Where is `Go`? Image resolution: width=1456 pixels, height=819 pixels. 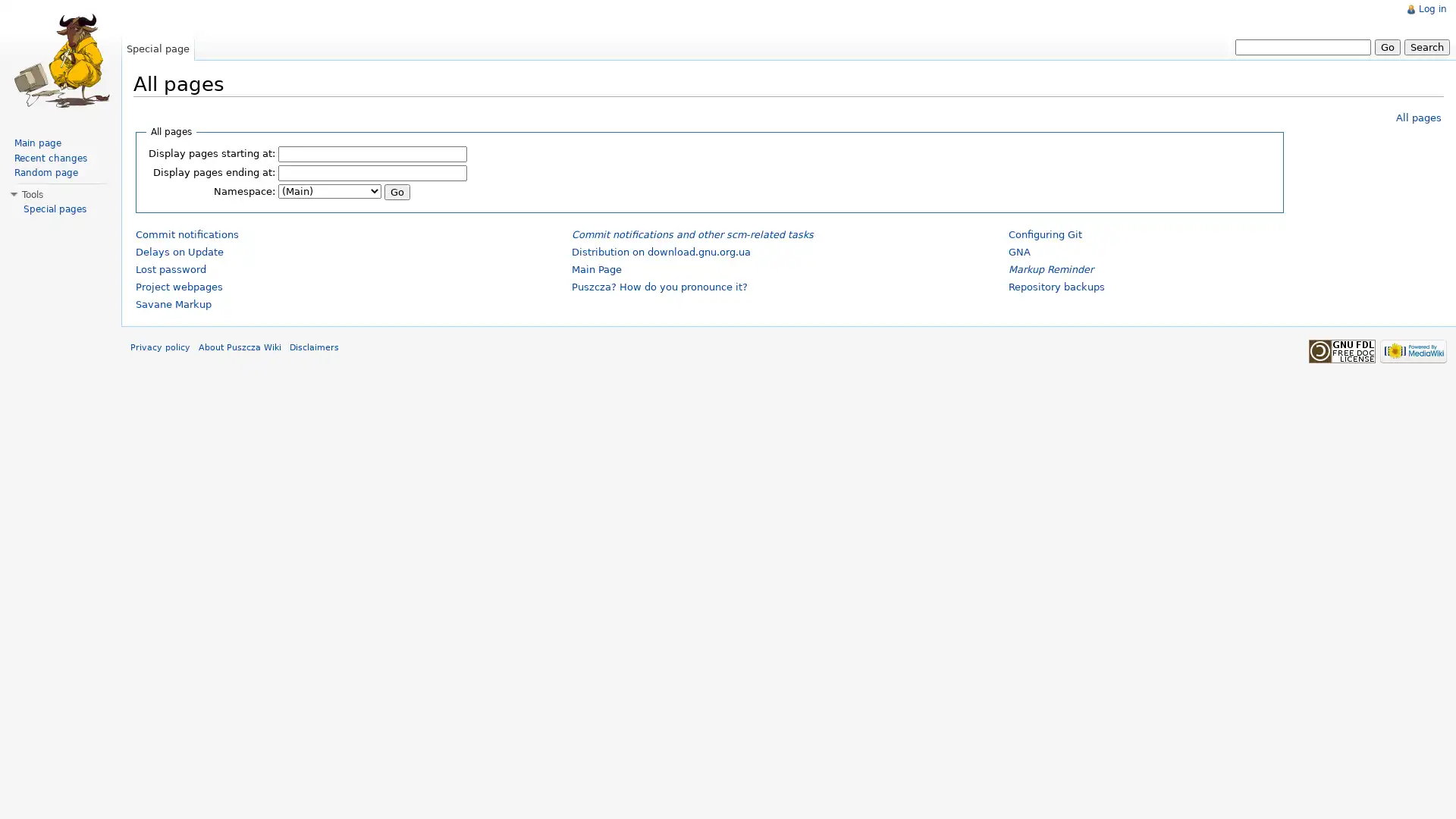 Go is located at coordinates (397, 190).